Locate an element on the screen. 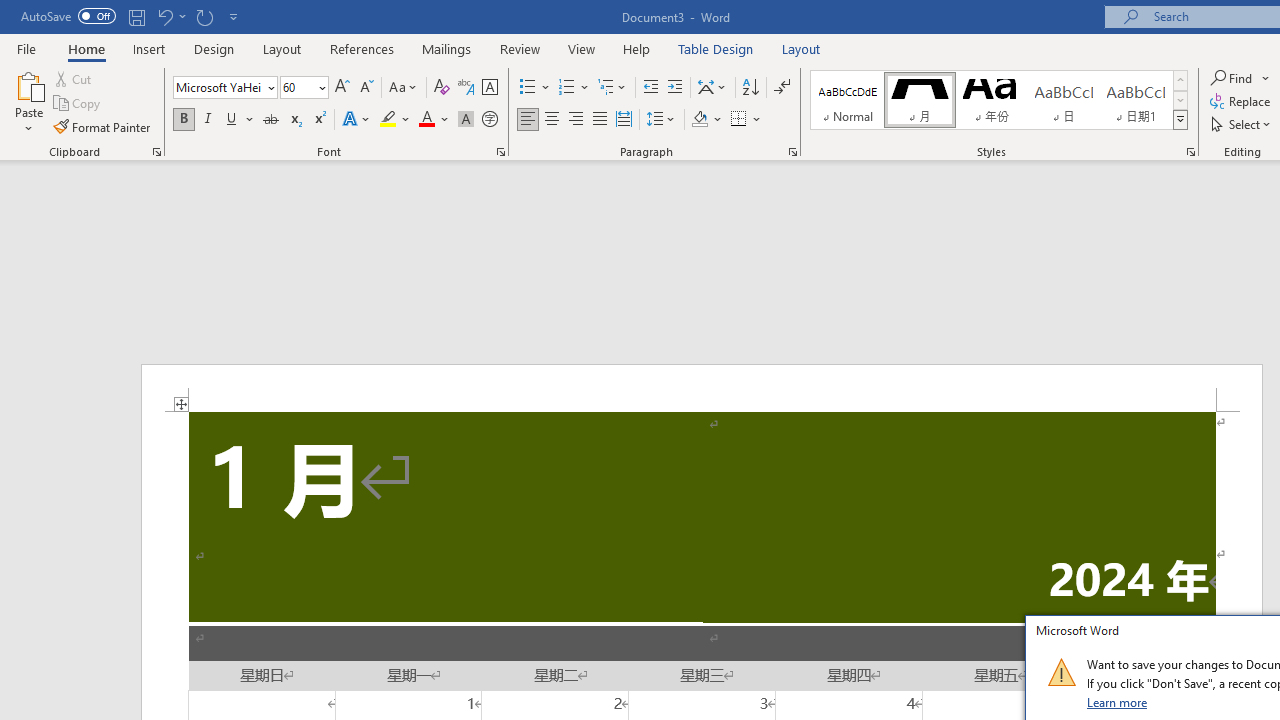 This screenshot has height=720, width=1280. 'Font Size' is located at coordinates (297, 86).